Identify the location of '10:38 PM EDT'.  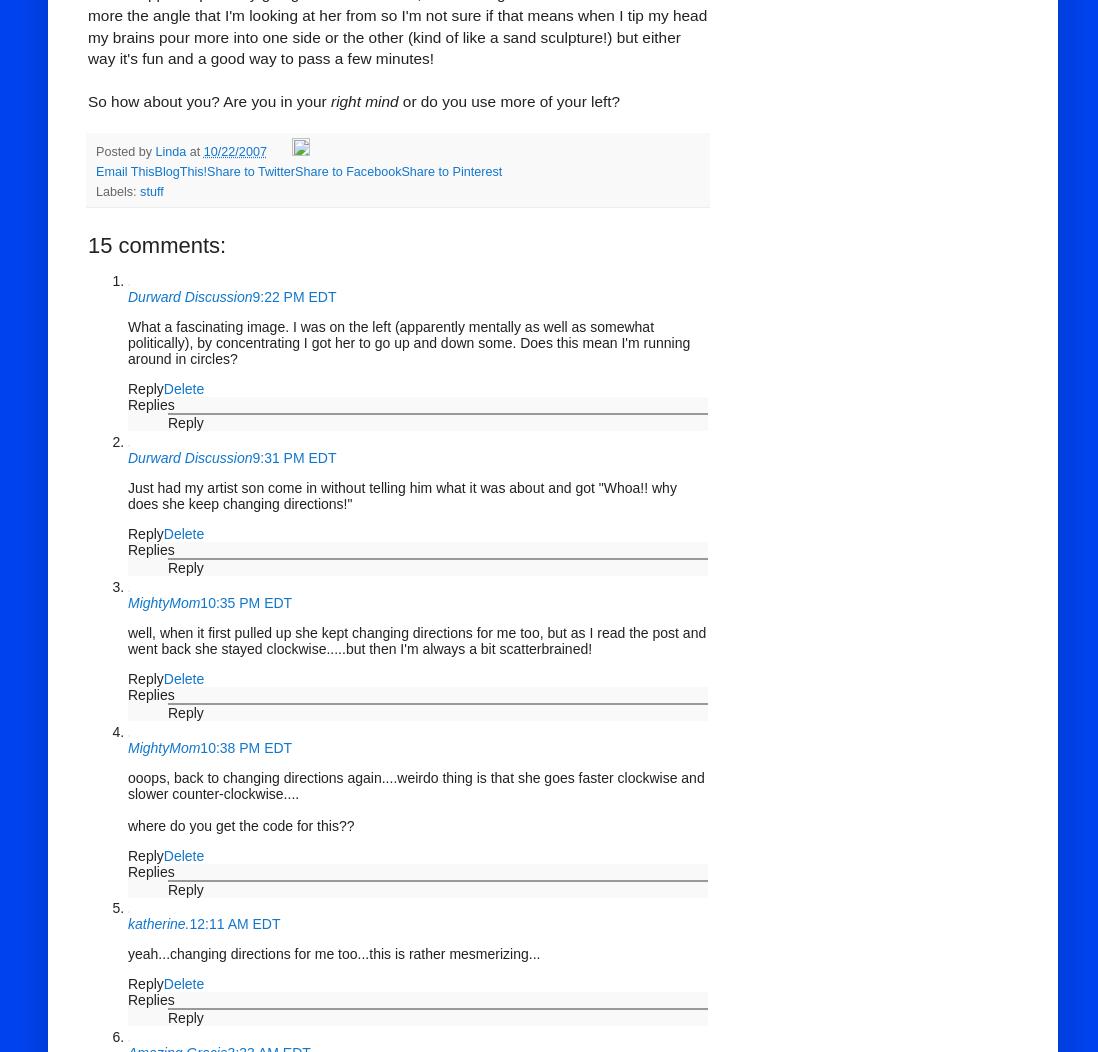
(244, 746).